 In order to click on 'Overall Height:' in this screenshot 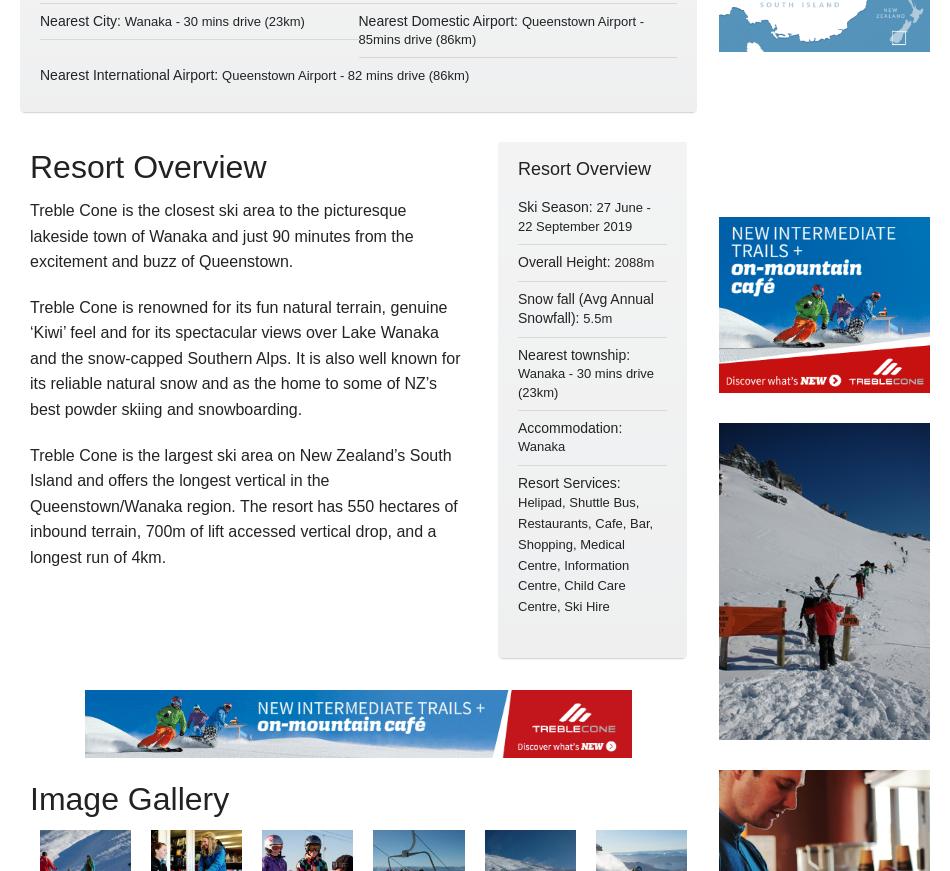, I will do `click(566, 261)`.